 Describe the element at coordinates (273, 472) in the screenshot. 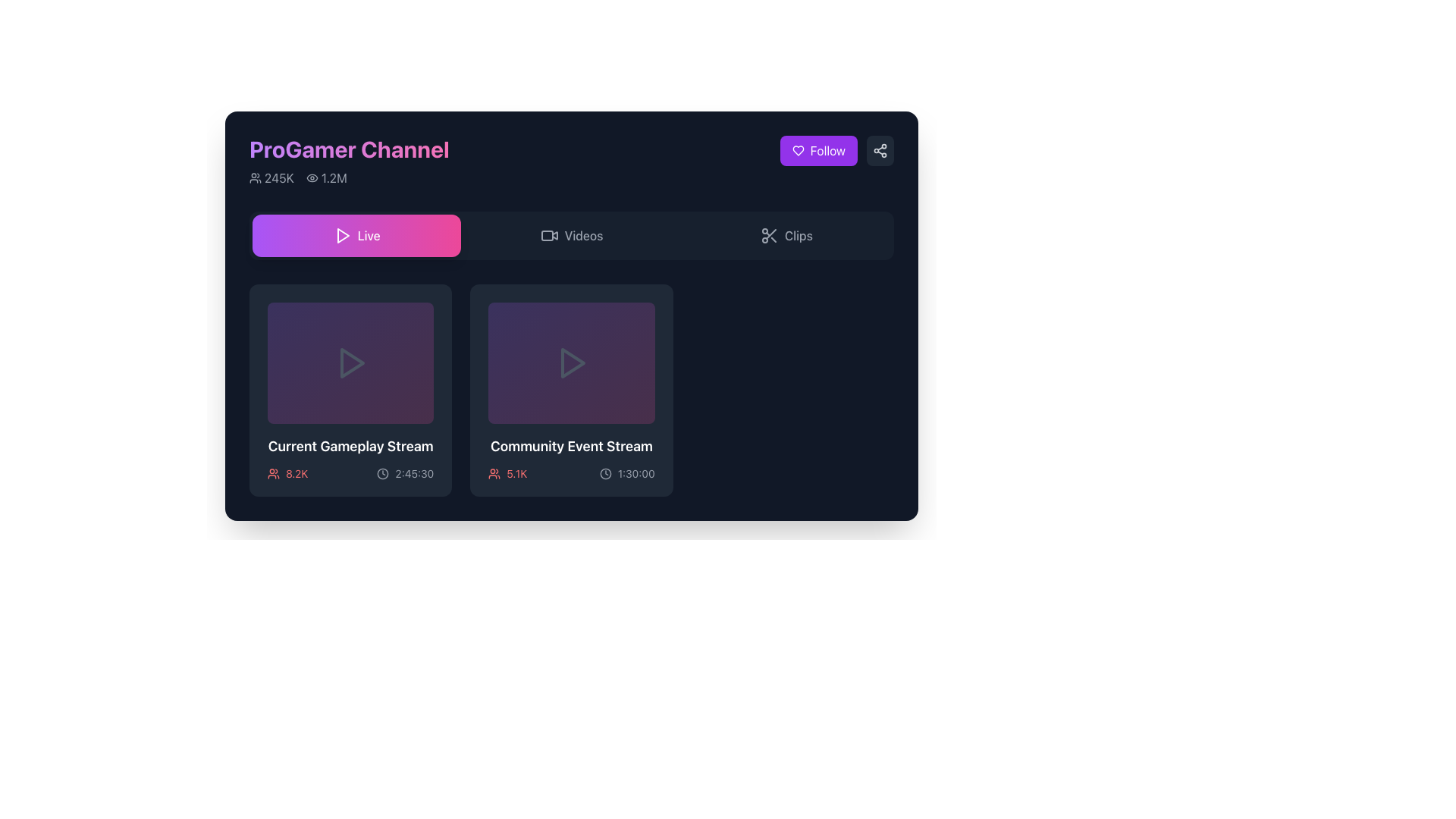

I see `the SVG Icon element representing a silhouette of a group of three people, located at the bottom of the first media content card titled 'Current Gameplay Stream'` at that location.